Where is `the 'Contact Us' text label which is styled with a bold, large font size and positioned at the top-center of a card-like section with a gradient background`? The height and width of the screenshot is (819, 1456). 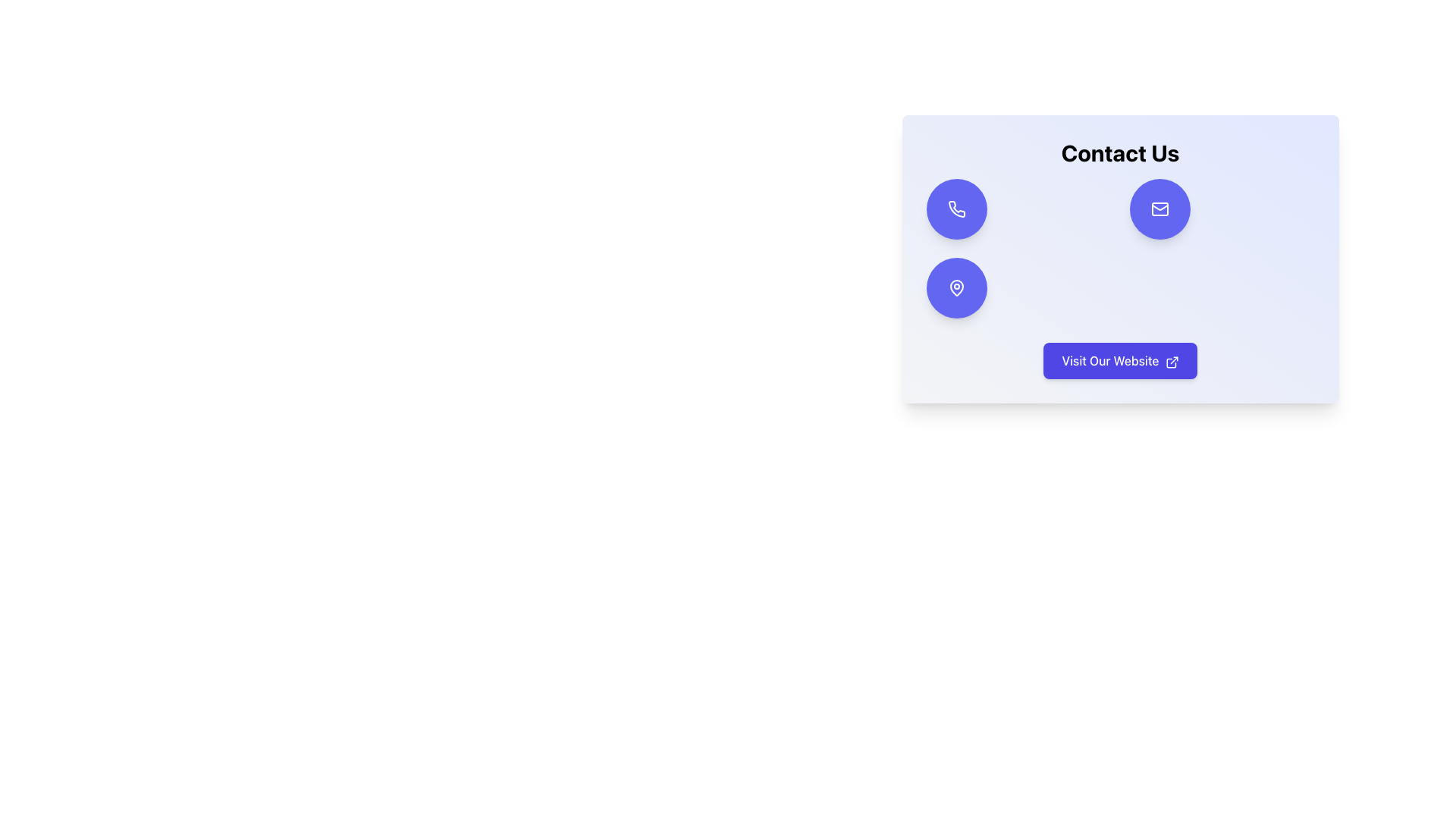
the 'Contact Us' text label which is styled with a bold, large font size and positioned at the top-center of a card-like section with a gradient background is located at coordinates (1120, 152).